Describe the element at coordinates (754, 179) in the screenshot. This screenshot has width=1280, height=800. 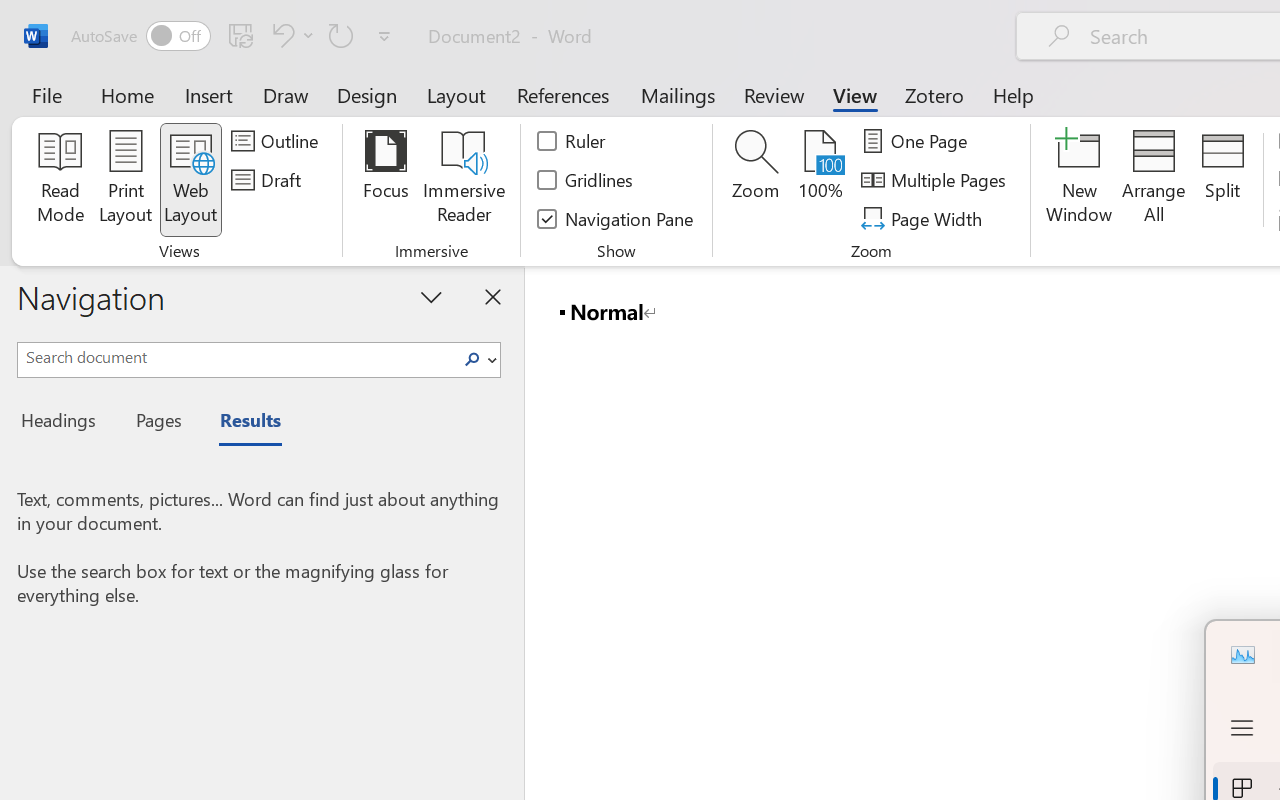
I see `'Zoom...'` at that location.